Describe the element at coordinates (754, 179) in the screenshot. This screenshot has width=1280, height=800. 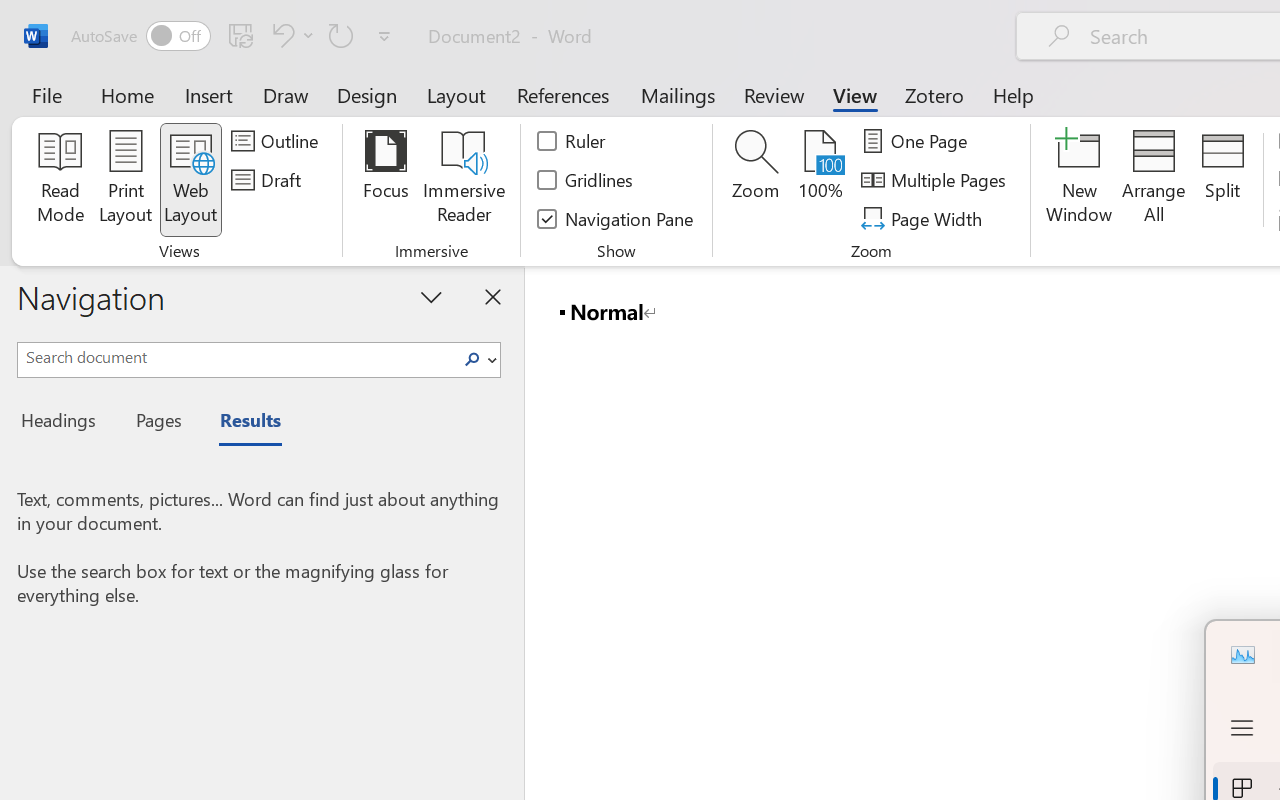
I see `'Zoom...'` at that location.